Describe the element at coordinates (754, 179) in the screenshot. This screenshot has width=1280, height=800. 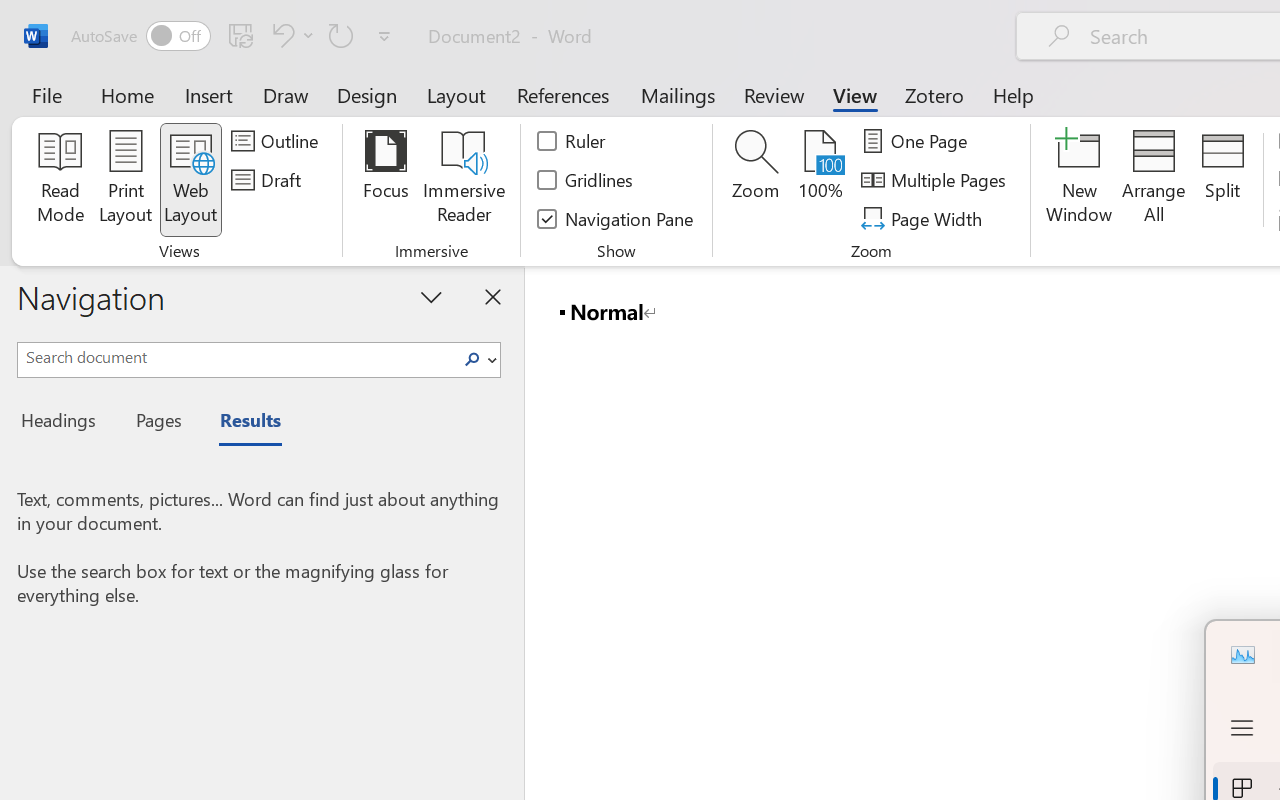
I see `'Zoom...'` at that location.